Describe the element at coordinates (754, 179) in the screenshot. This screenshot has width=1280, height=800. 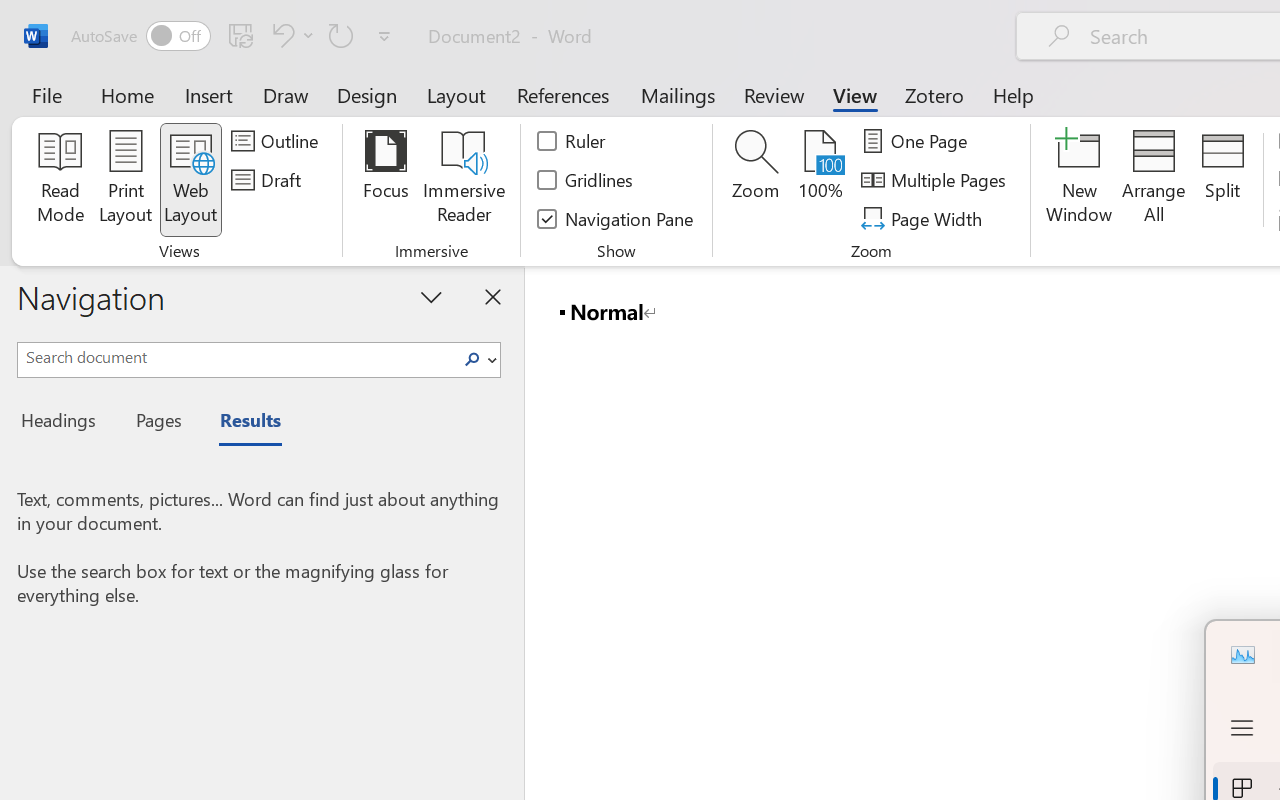
I see `'Zoom...'` at that location.